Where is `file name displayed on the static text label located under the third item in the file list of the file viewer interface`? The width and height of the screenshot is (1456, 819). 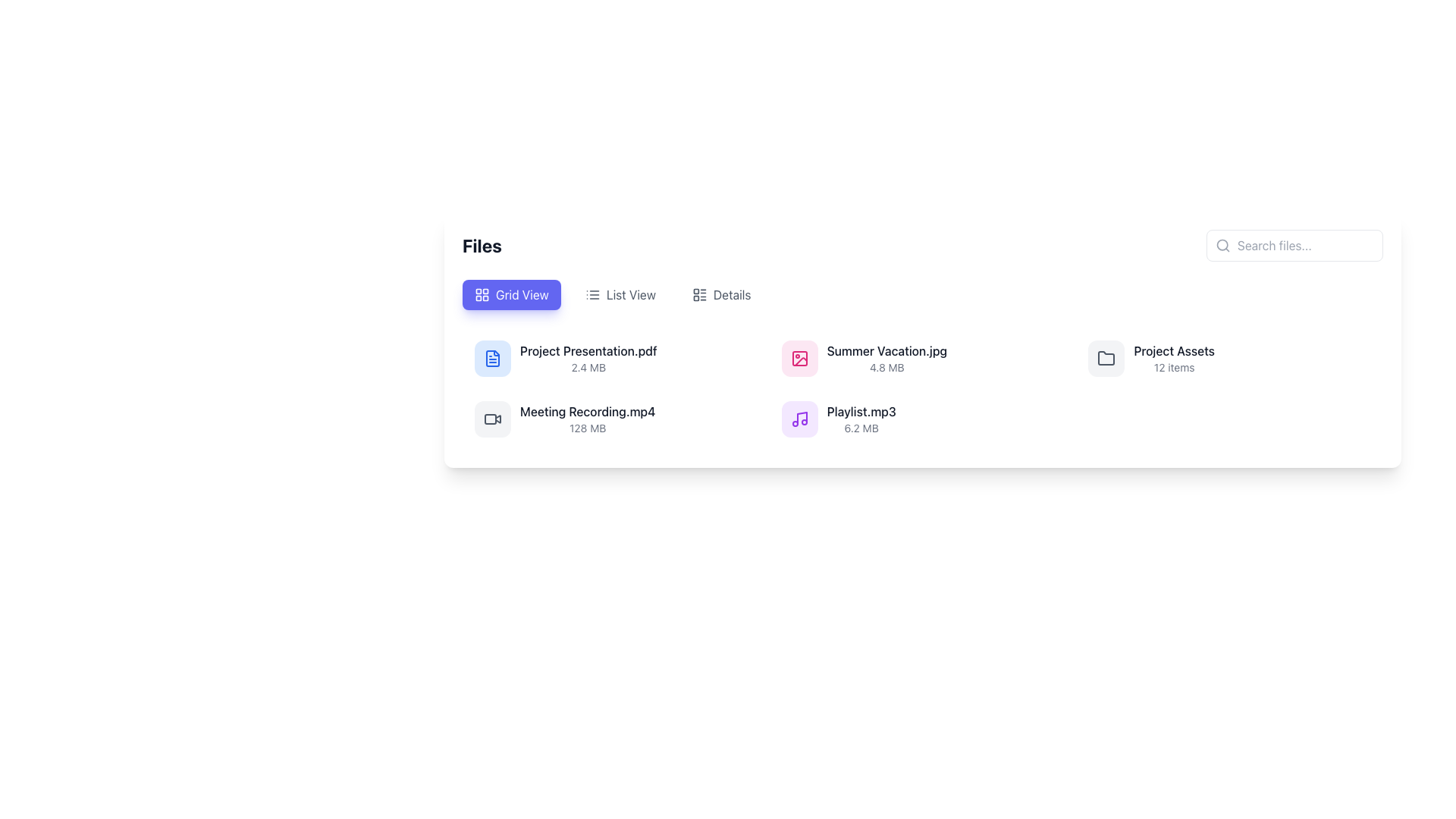
file name displayed on the static text label located under the third item in the file list of the file viewer interface is located at coordinates (886, 350).